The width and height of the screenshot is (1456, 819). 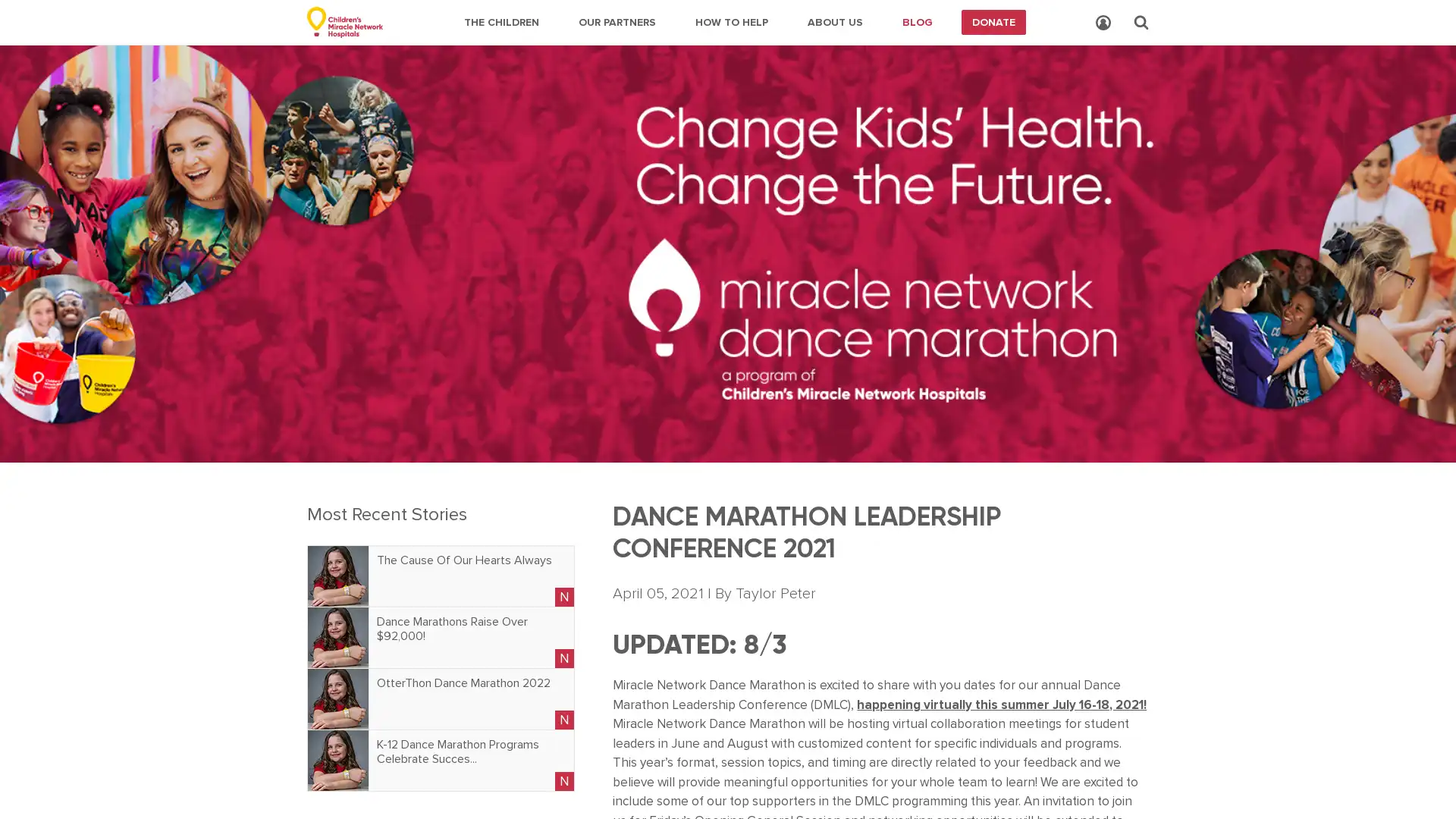 I want to click on Account Login, so click(x=1103, y=23).